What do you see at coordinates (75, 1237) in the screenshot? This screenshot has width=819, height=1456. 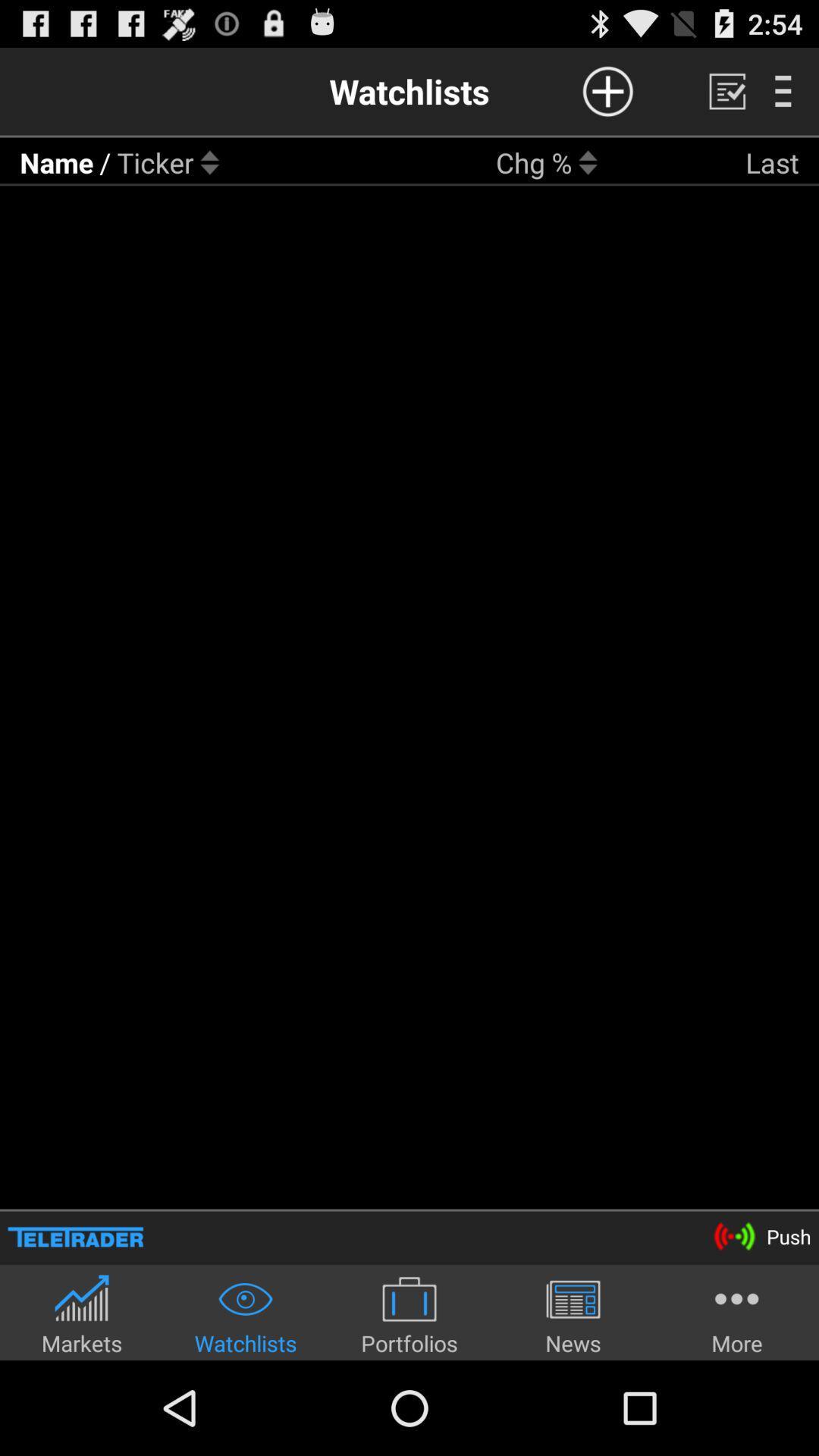 I see `the icon to the left of push icon` at bounding box center [75, 1237].